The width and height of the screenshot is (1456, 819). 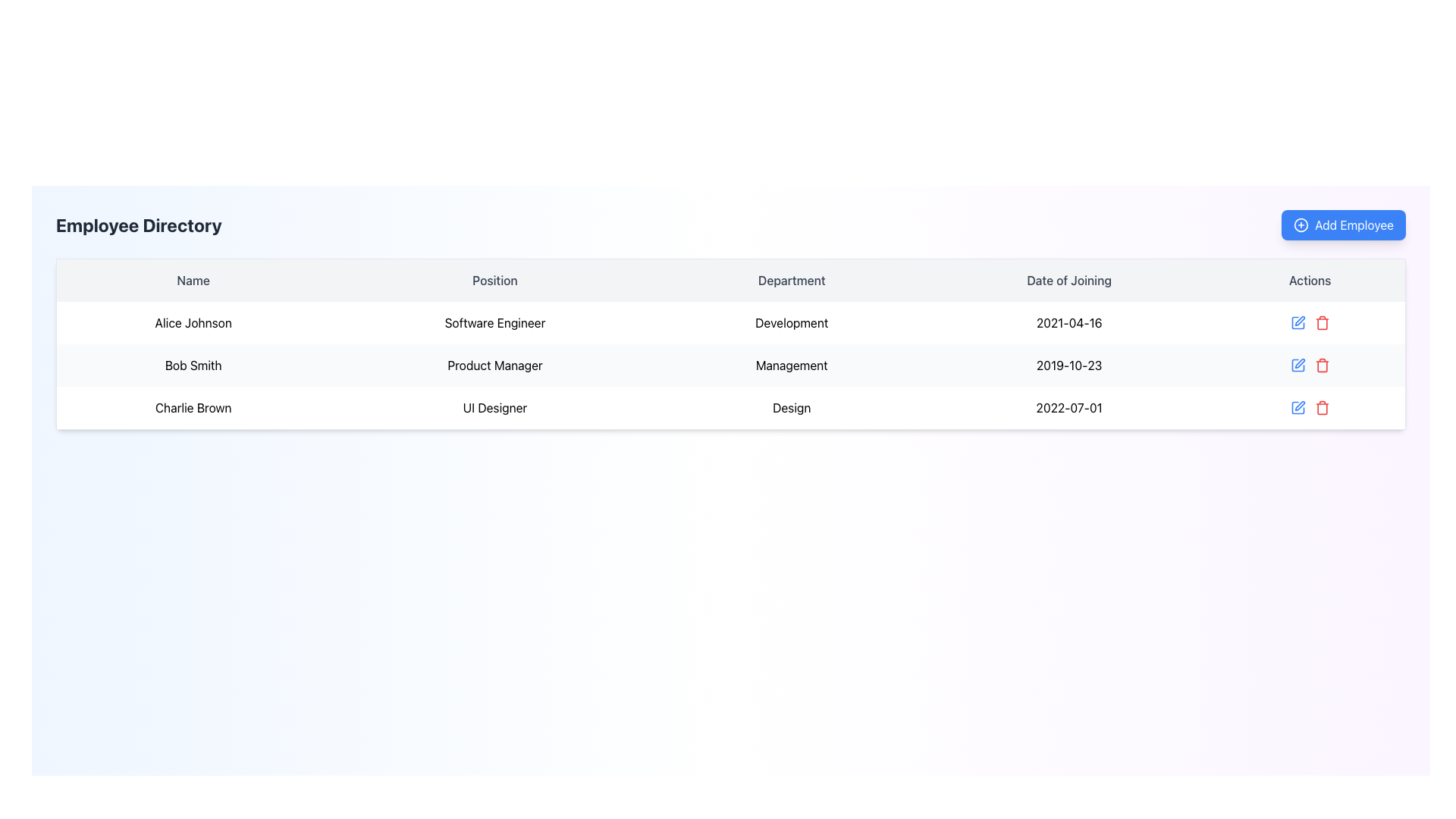 I want to click on the circular blue icon with a cross inside, located within the 'Add Employee' button at the top-right corner of the interface, to initiate the action, so click(x=1301, y=225).